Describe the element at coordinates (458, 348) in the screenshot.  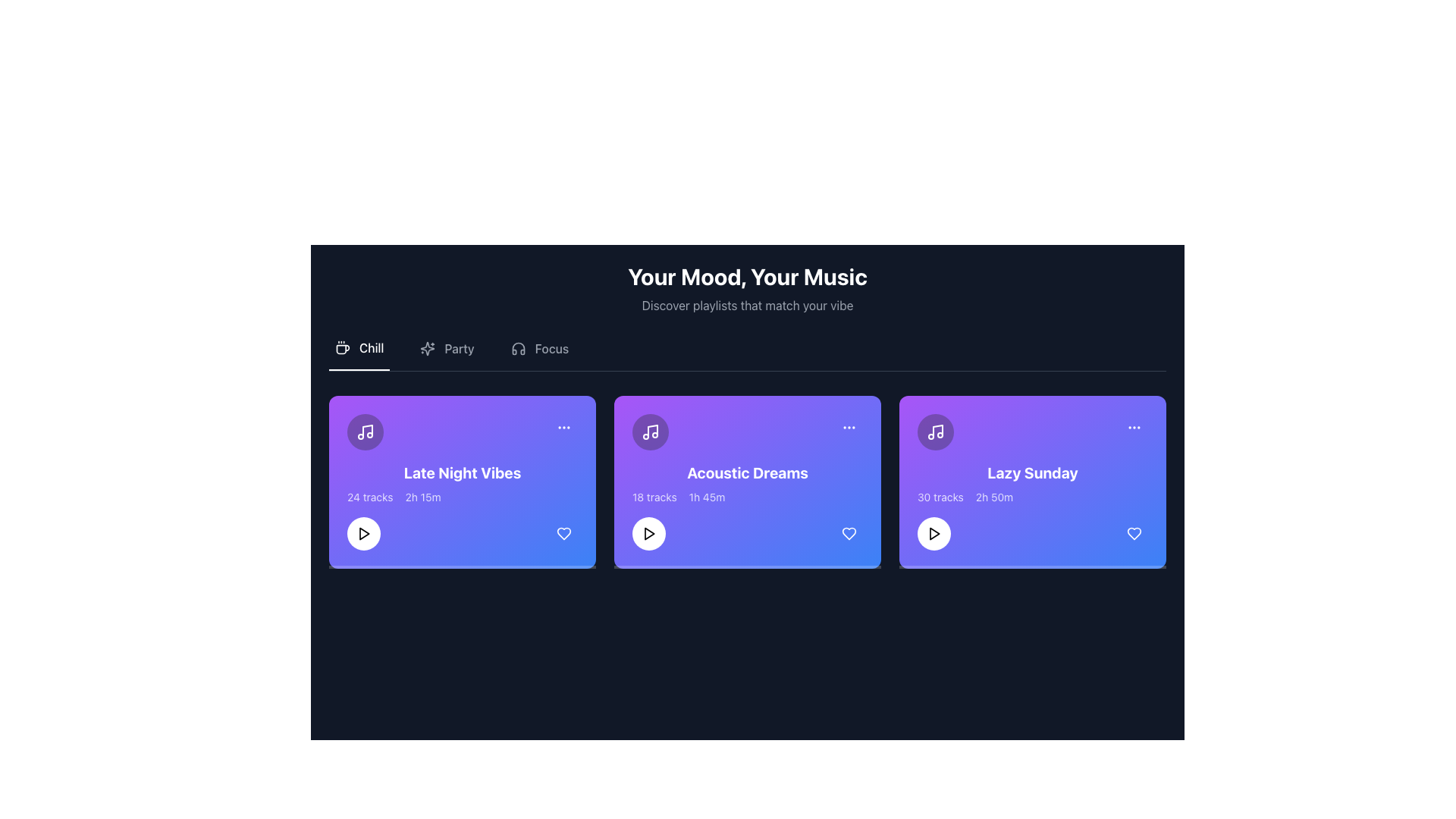
I see `the 'Party' text label in the top navigation menu, which is positioned between the 'Chill' and 'Focus' items` at that location.